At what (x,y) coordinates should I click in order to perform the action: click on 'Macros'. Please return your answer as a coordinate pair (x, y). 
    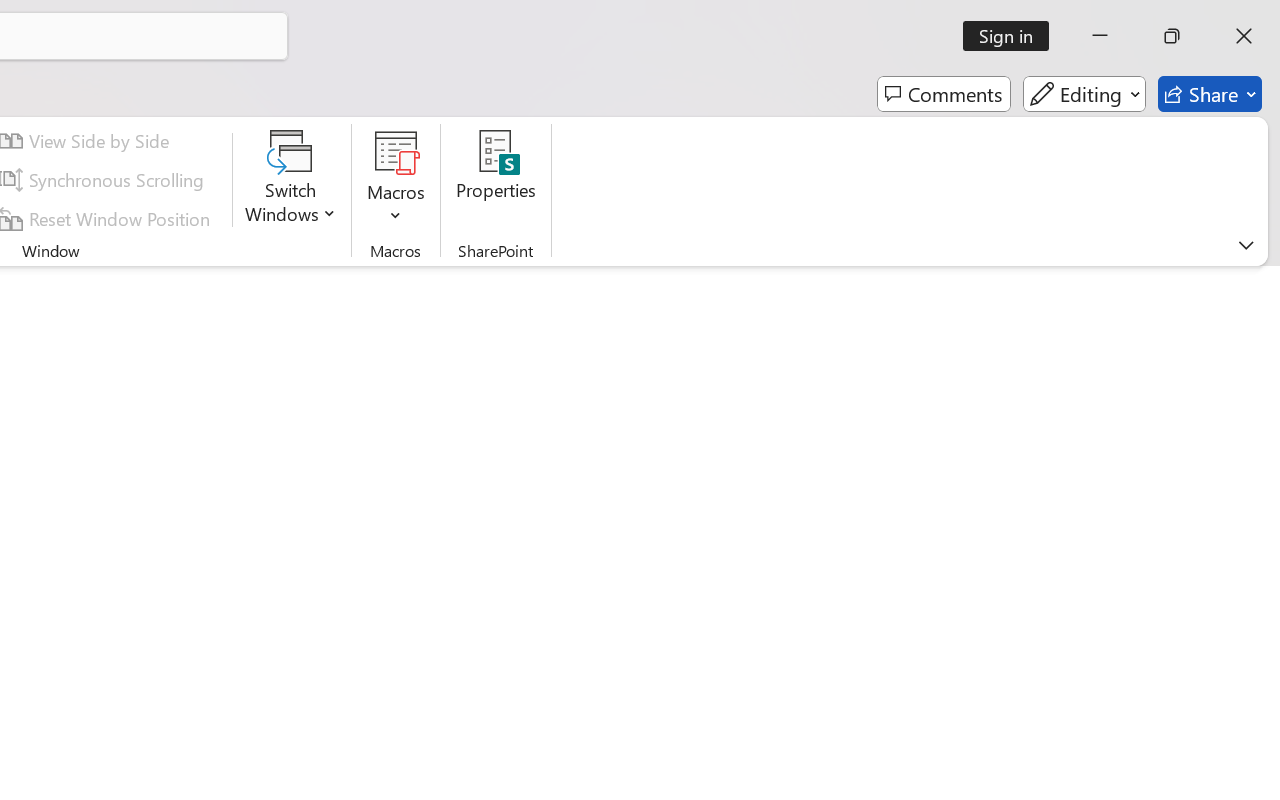
    Looking at the image, I should click on (396, 179).